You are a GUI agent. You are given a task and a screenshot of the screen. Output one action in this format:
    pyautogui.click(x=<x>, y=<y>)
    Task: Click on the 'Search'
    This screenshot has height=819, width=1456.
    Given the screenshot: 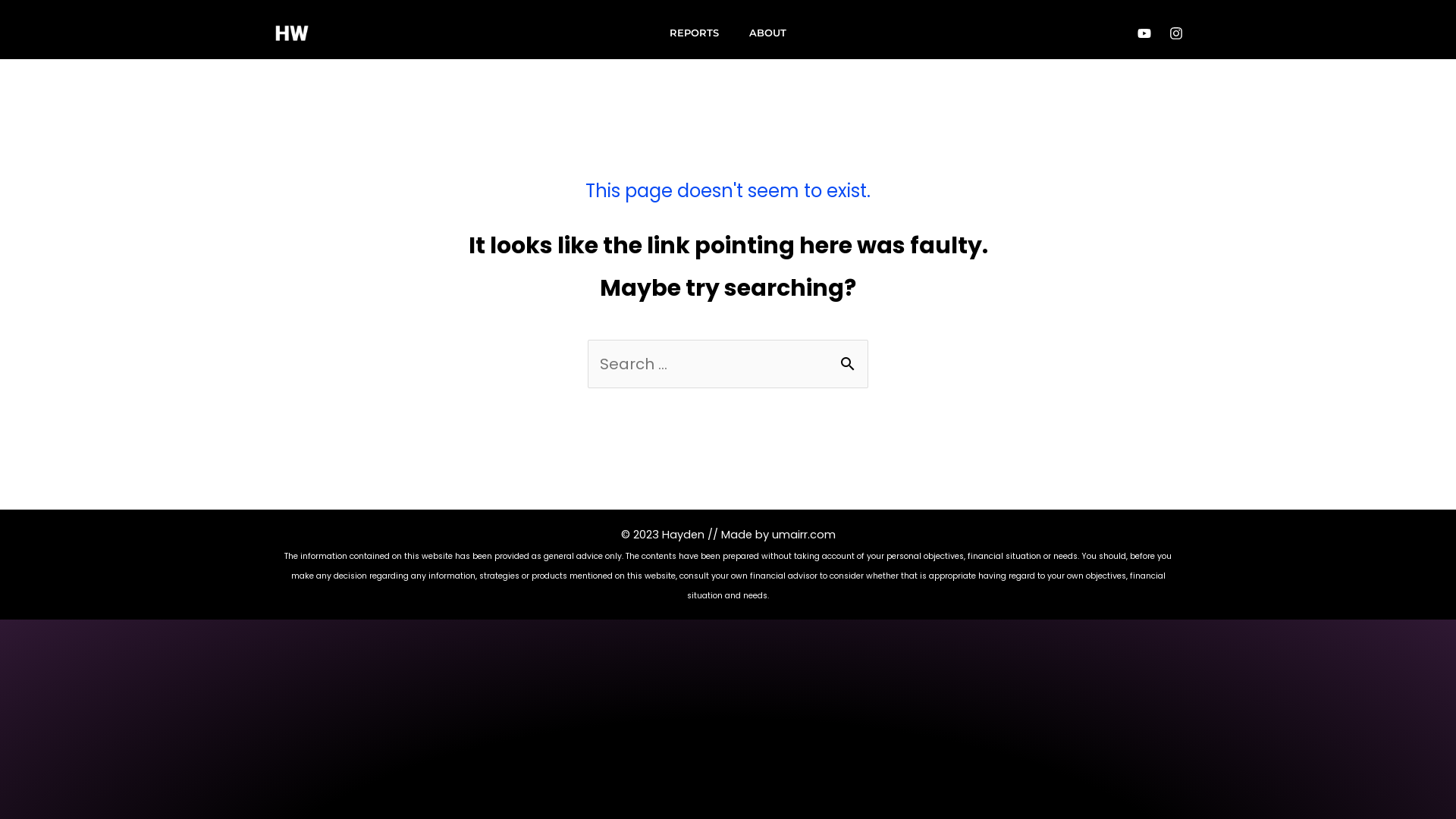 What is the action you would take?
    pyautogui.click(x=851, y=354)
    